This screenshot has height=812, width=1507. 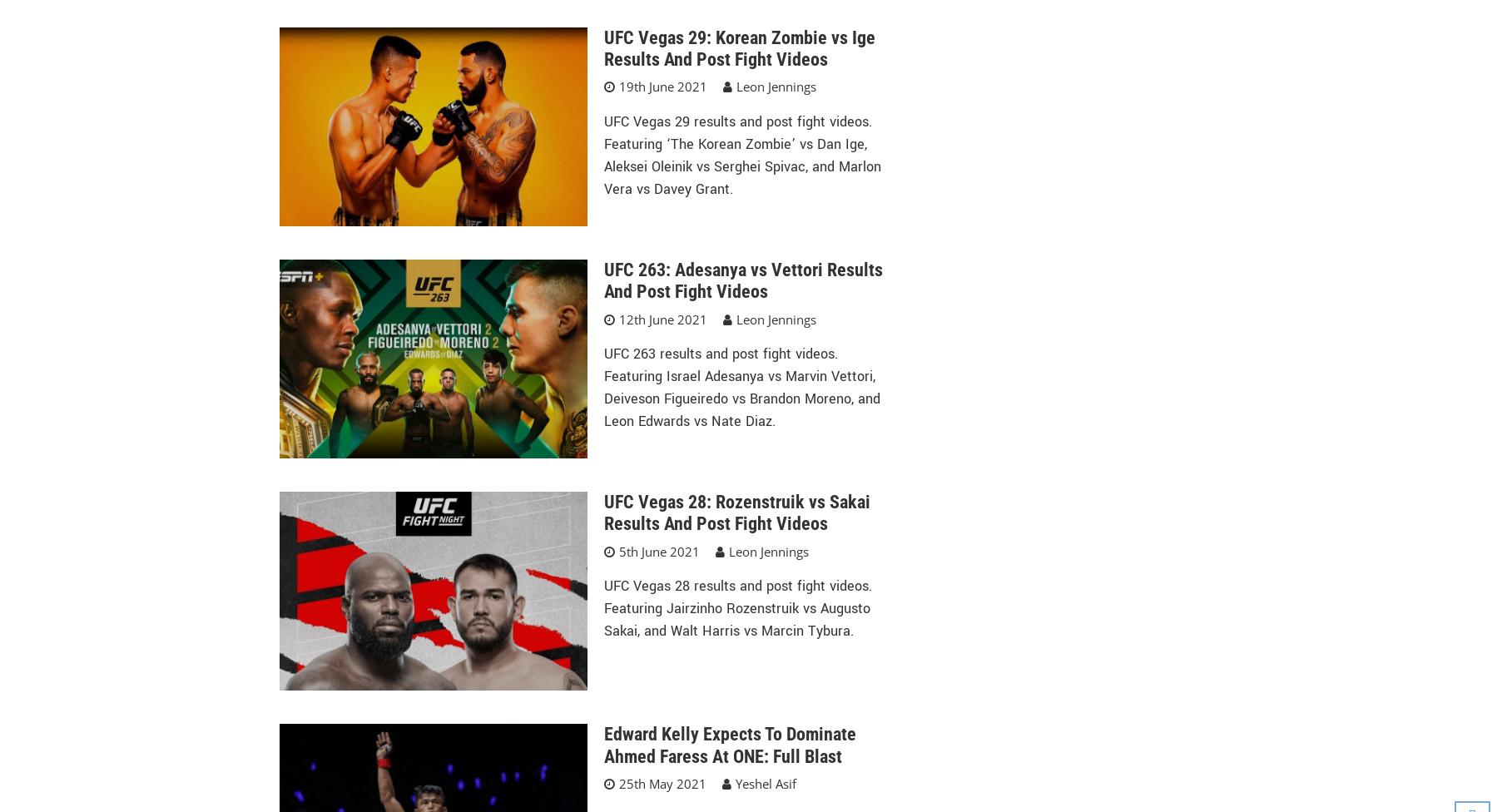 What do you see at coordinates (661, 87) in the screenshot?
I see `'19th June 2021'` at bounding box center [661, 87].